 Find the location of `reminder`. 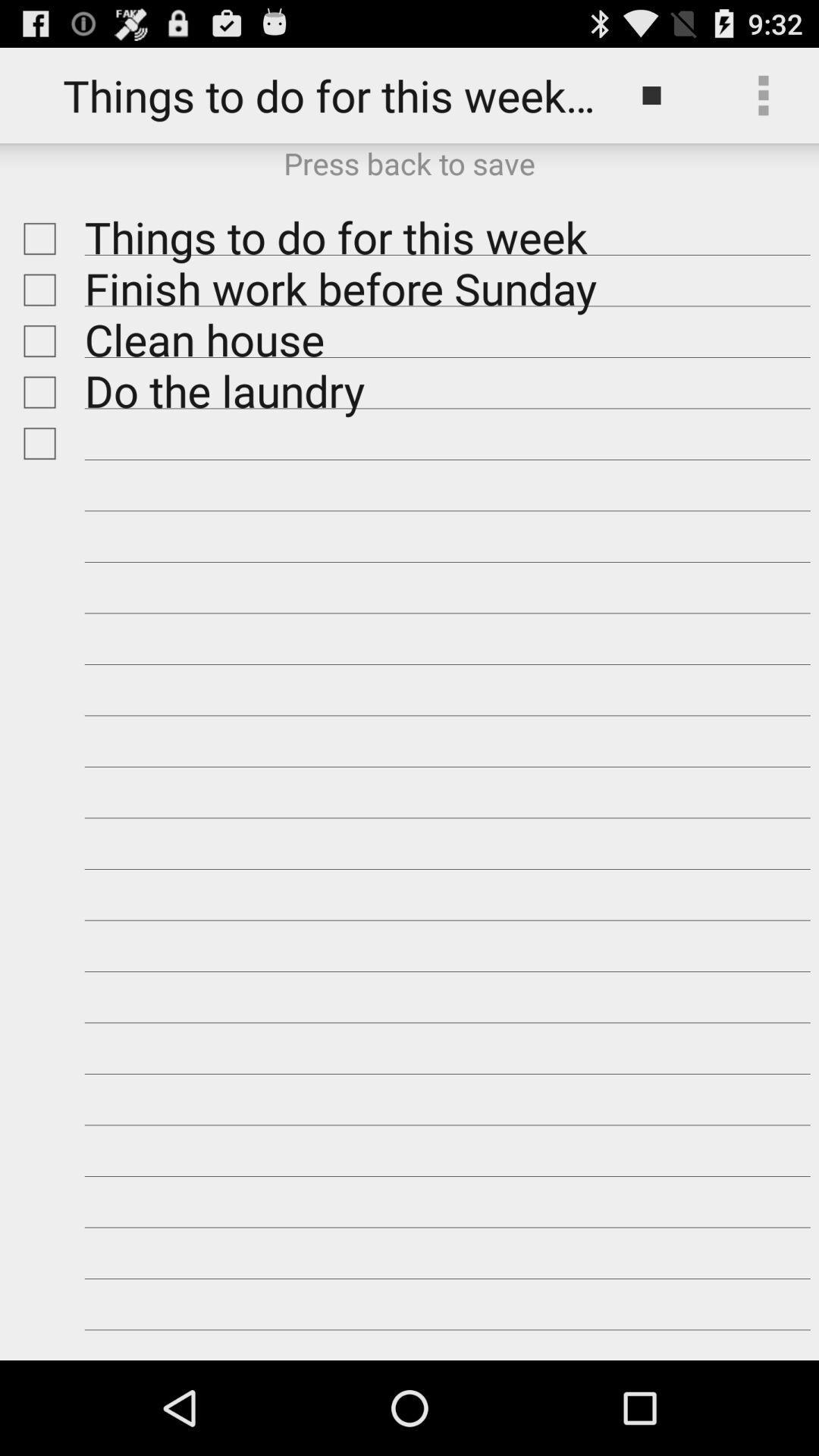

reminder is located at coordinates (35, 443).